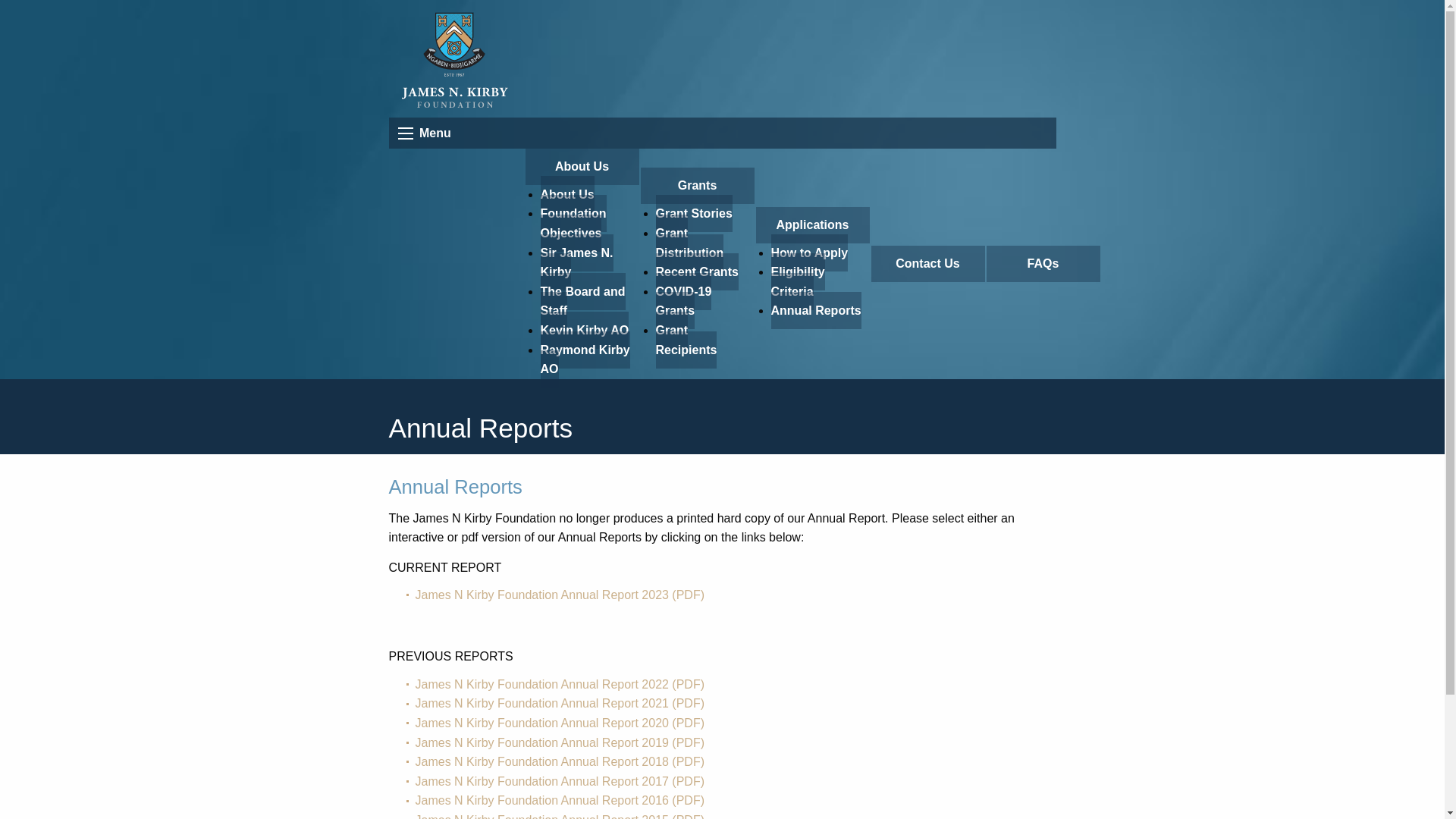 This screenshot has height=819, width=1456. Describe the element at coordinates (685, 339) in the screenshot. I see `'Grant Recipients'` at that location.